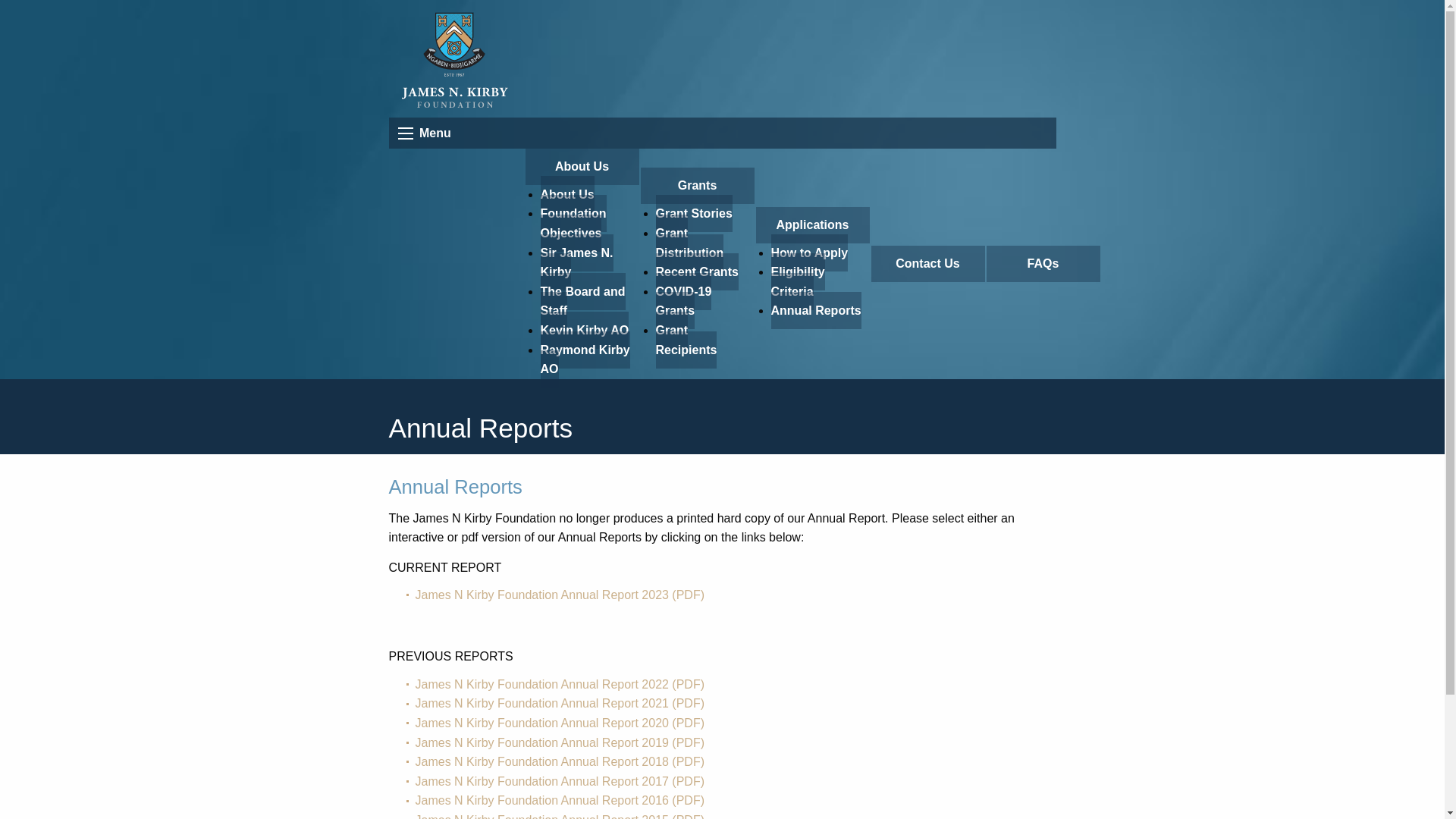 This screenshot has height=819, width=1456. Describe the element at coordinates (685, 339) in the screenshot. I see `'Grant Recipients'` at that location.